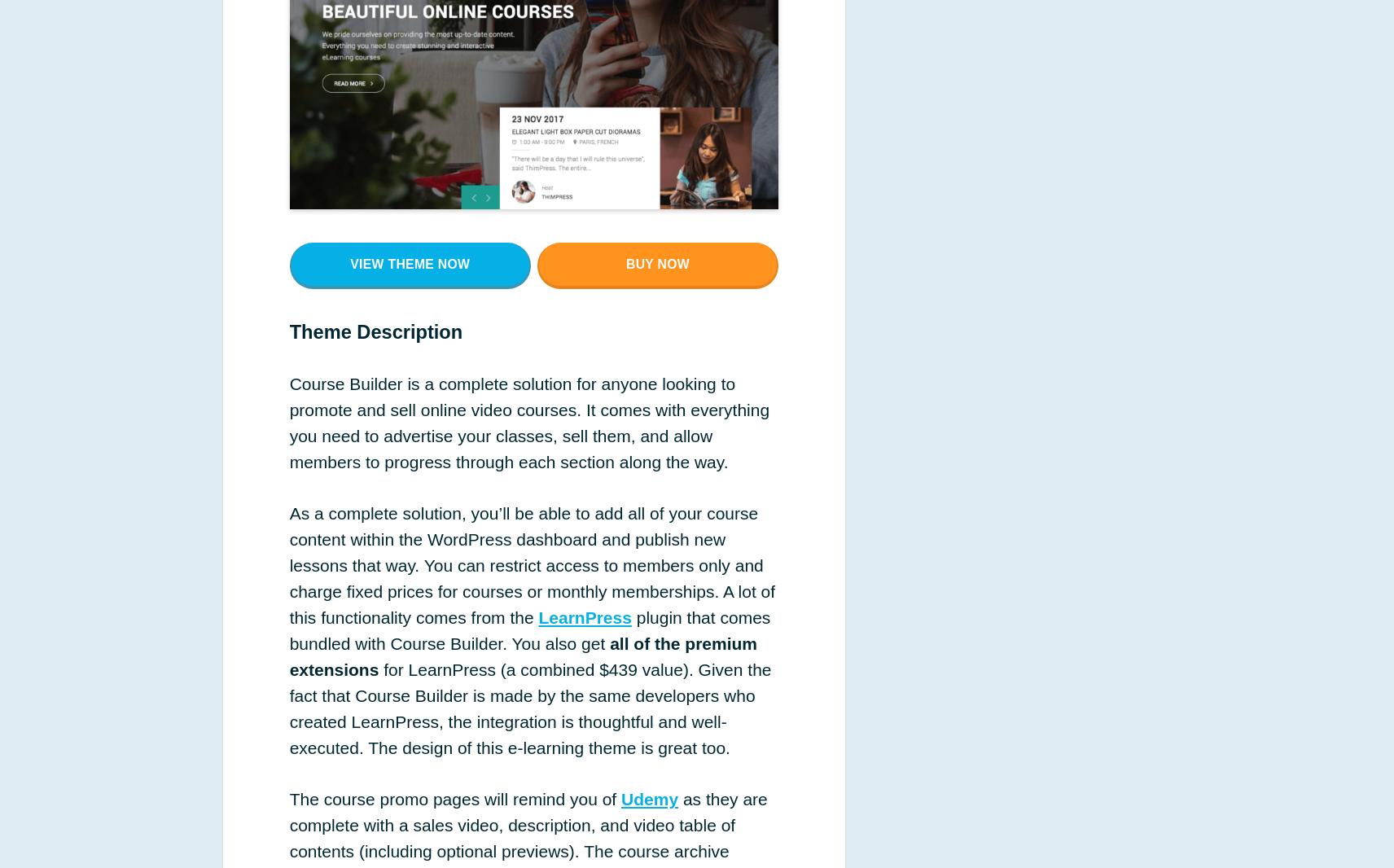 This screenshot has width=1394, height=868. What do you see at coordinates (649, 799) in the screenshot?
I see `'Udemy'` at bounding box center [649, 799].